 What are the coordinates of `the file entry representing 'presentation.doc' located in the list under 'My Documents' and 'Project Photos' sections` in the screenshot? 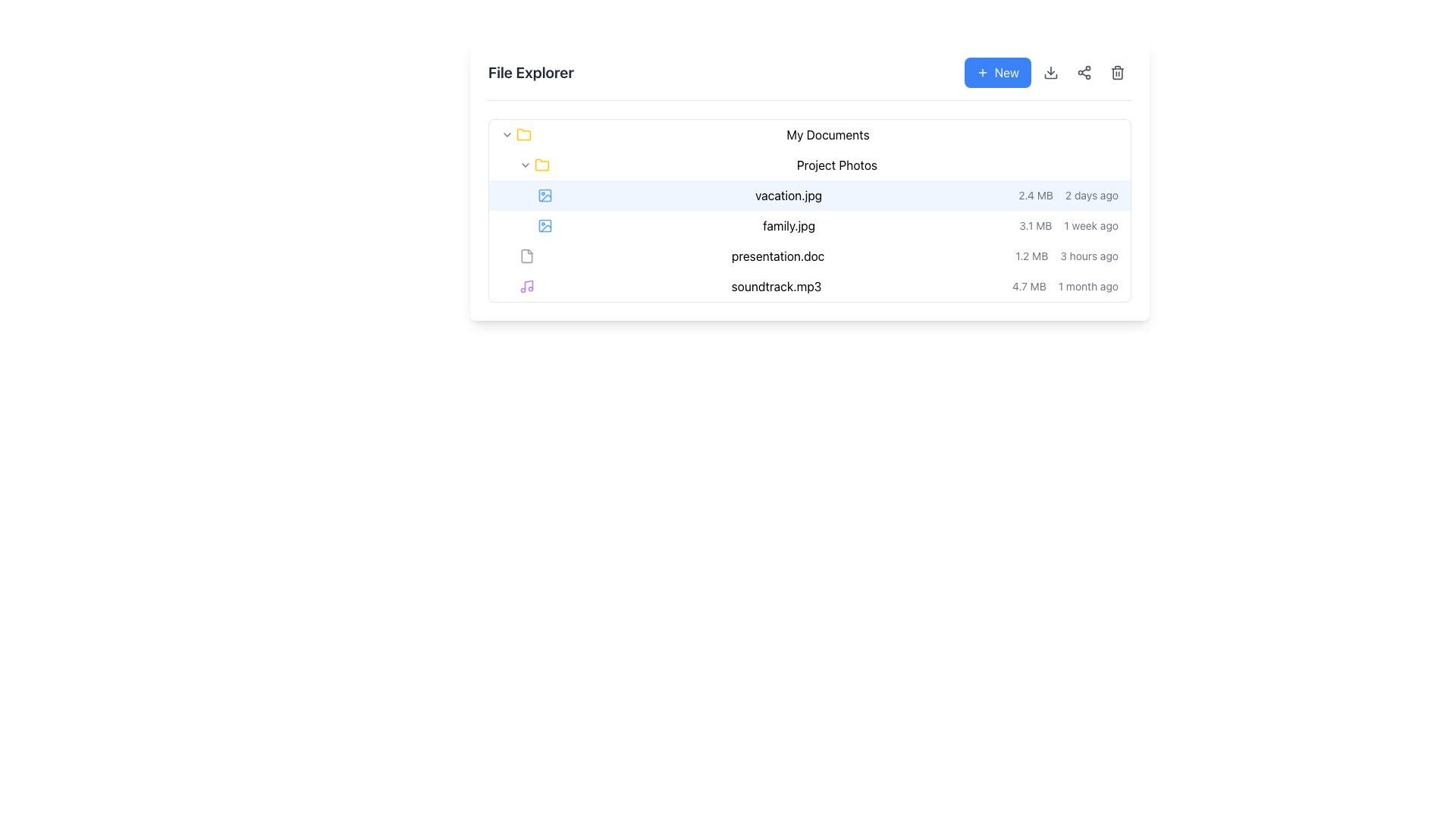 It's located at (809, 256).